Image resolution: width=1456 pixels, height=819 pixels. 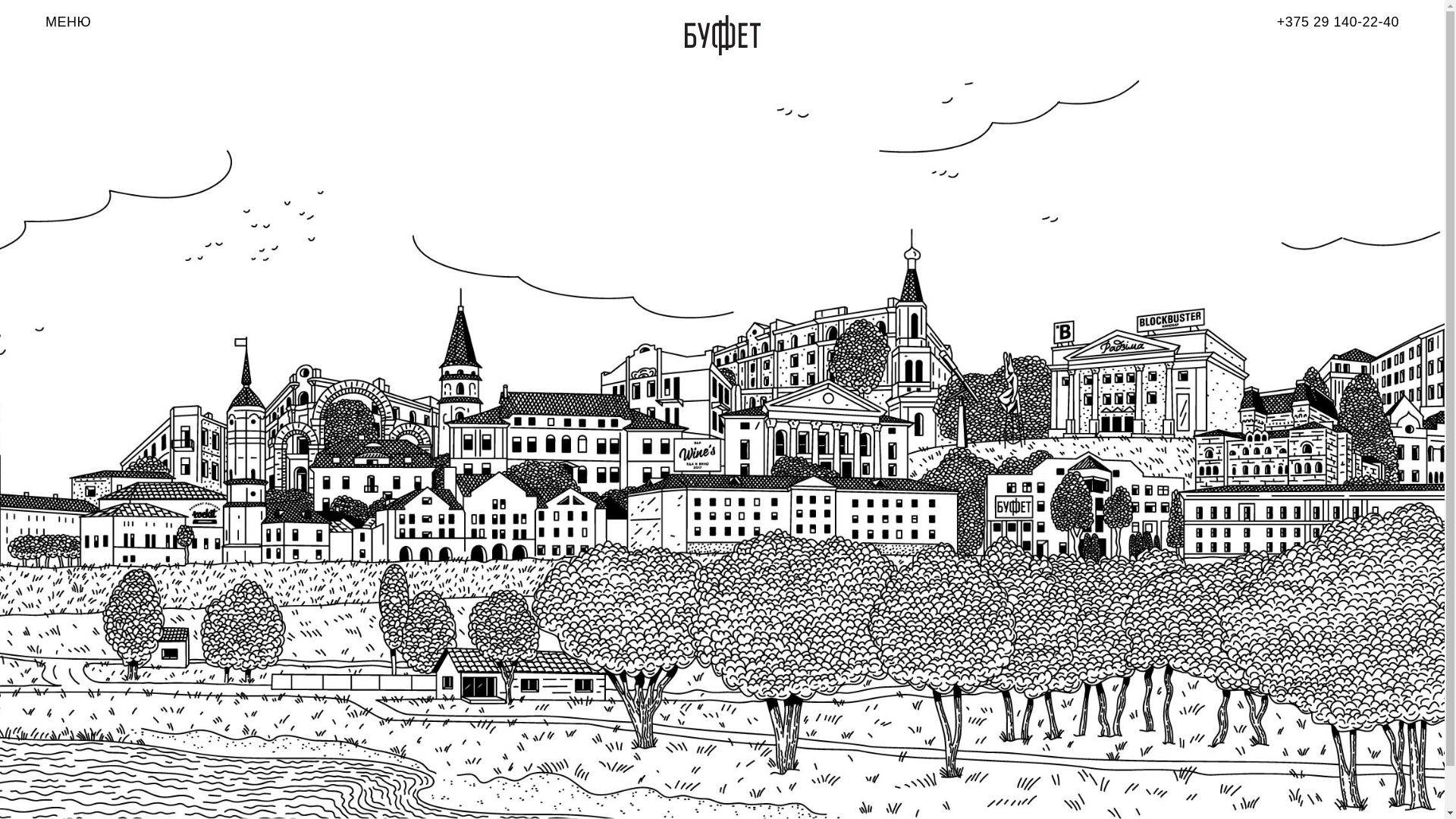 I want to click on '+375 29 140-22-40', so click(x=1276, y=22).